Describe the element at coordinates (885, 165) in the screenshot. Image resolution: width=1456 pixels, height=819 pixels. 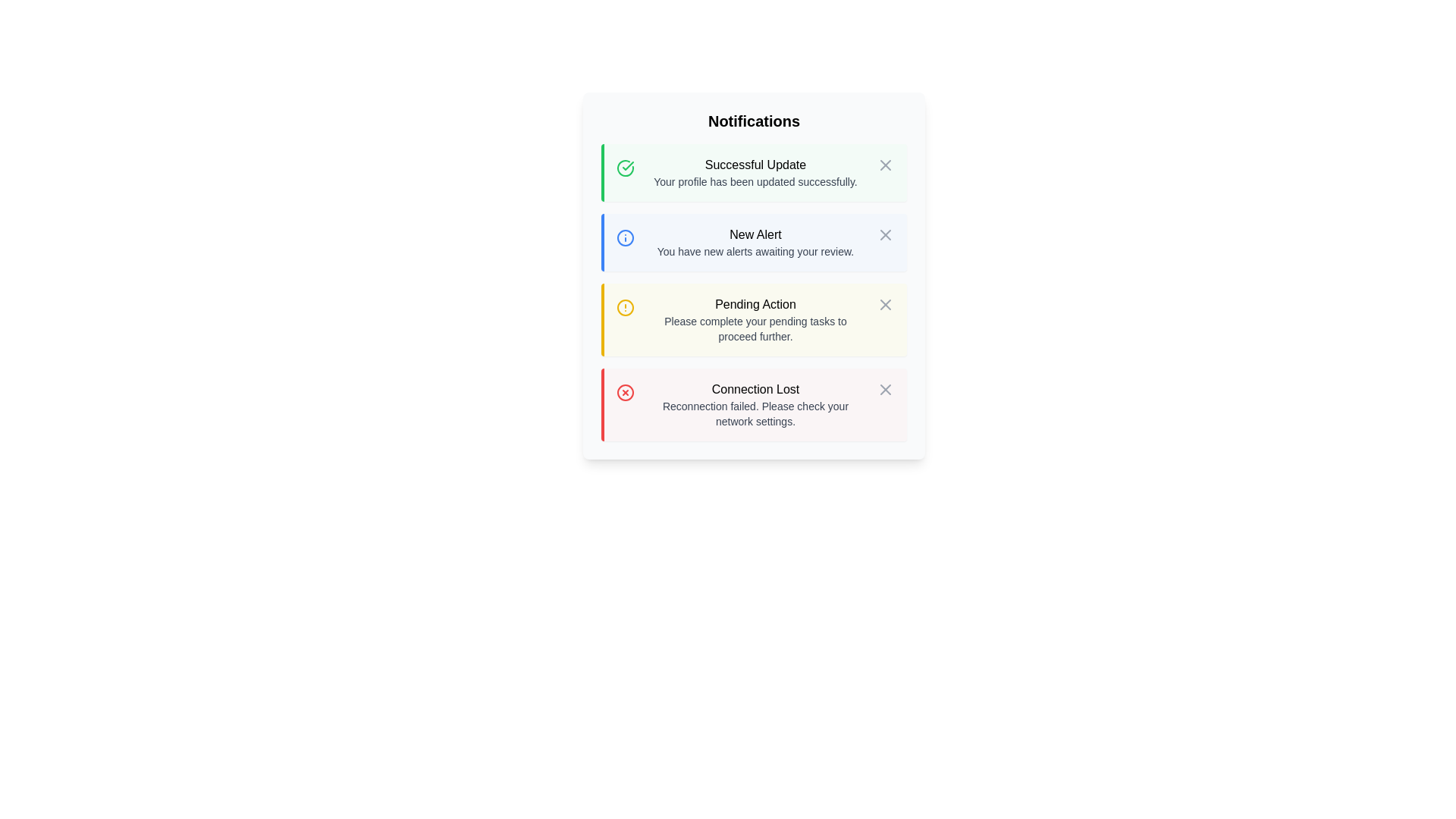
I see `the close button on the 'Successful Update' notification panel` at that location.